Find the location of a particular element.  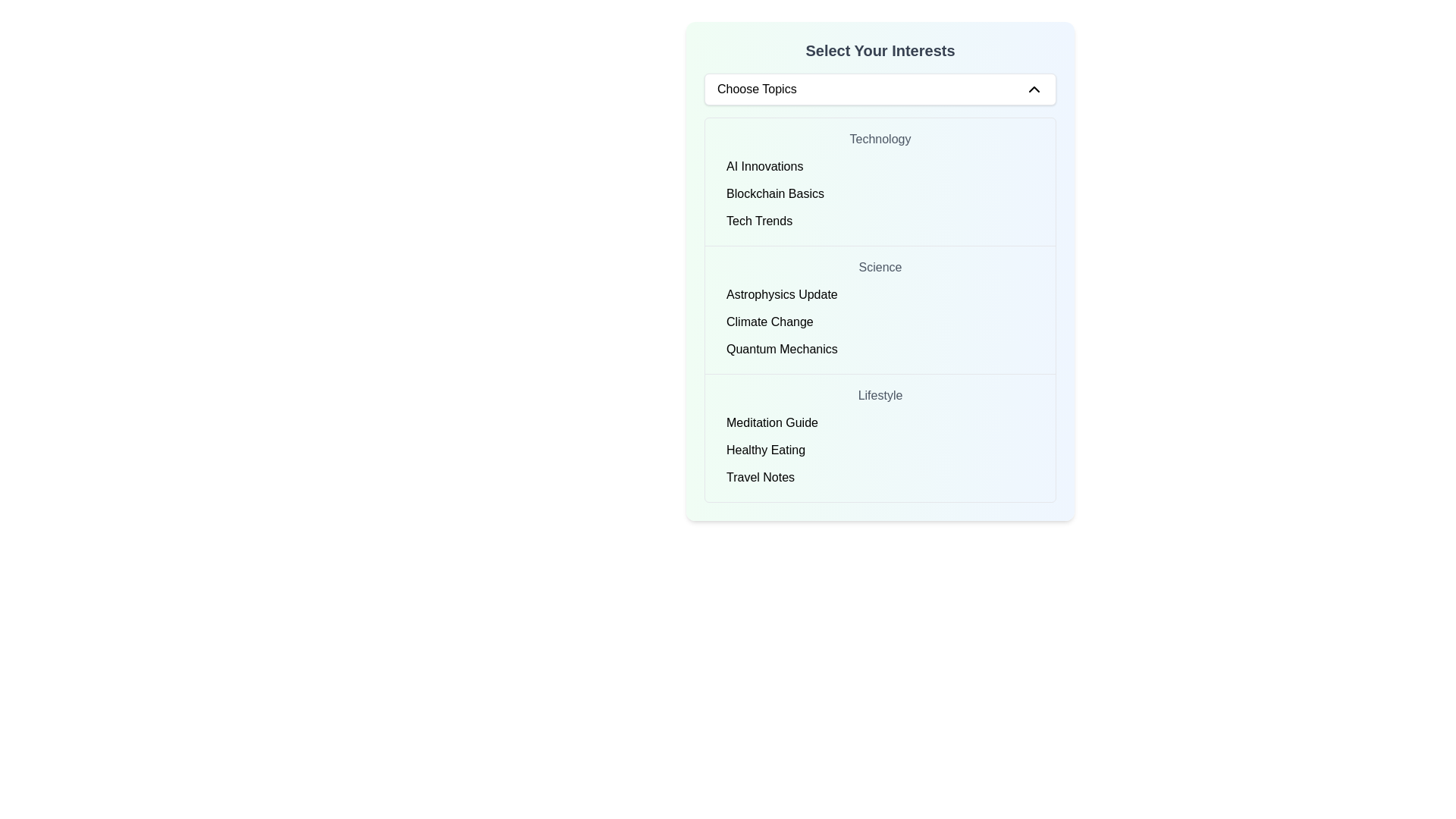

the 'AI Innovations' label in the 'Select Your Interests' menu, which is the first element in the Technology section is located at coordinates (764, 166).